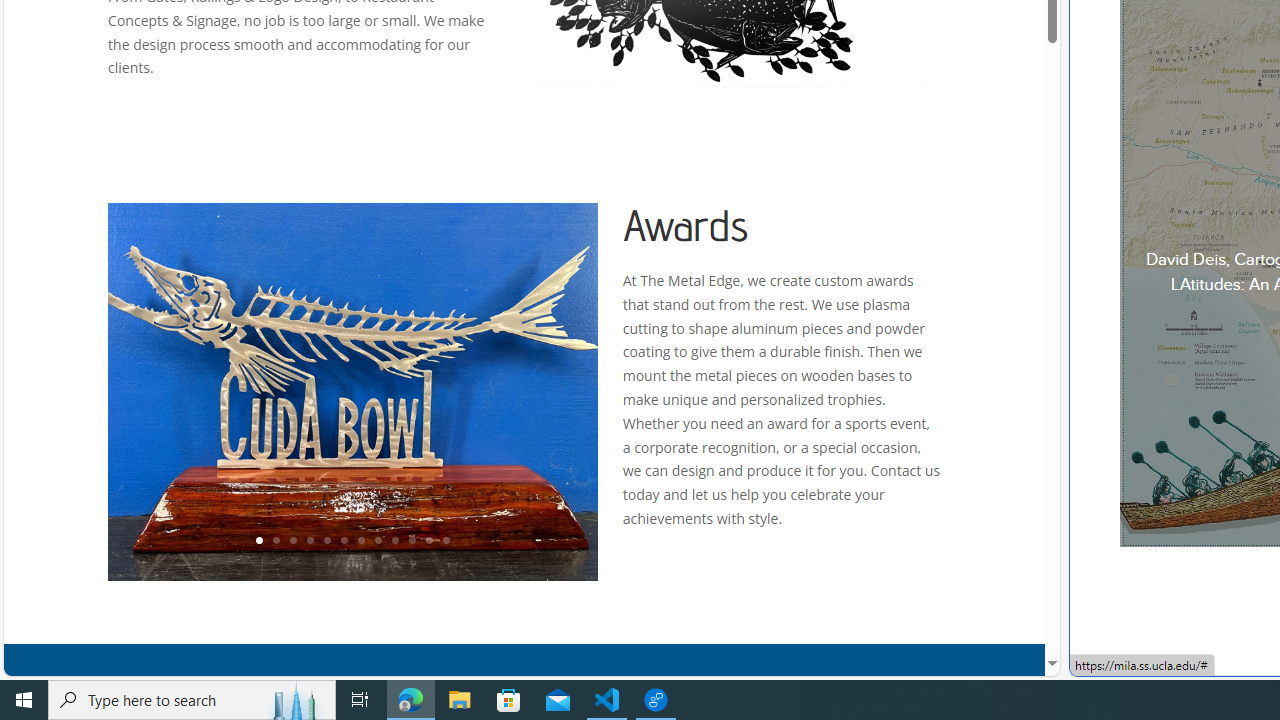  I want to click on '4', so click(308, 541).